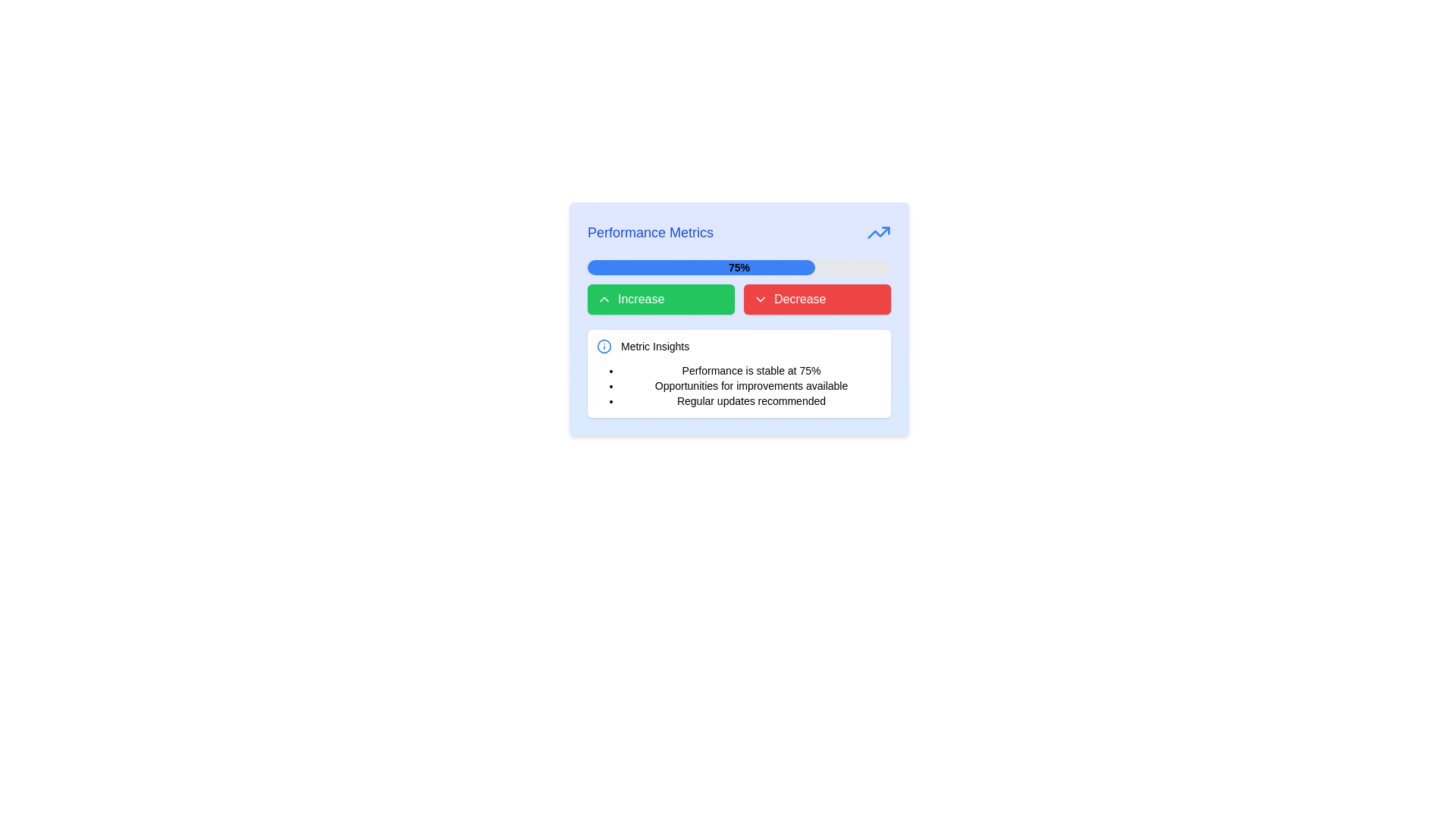 This screenshot has height=819, width=1456. What do you see at coordinates (817, 299) in the screenshot?
I see `the red 'Decrease' button located in the 'Performance Metrics' panel to decrease a value` at bounding box center [817, 299].